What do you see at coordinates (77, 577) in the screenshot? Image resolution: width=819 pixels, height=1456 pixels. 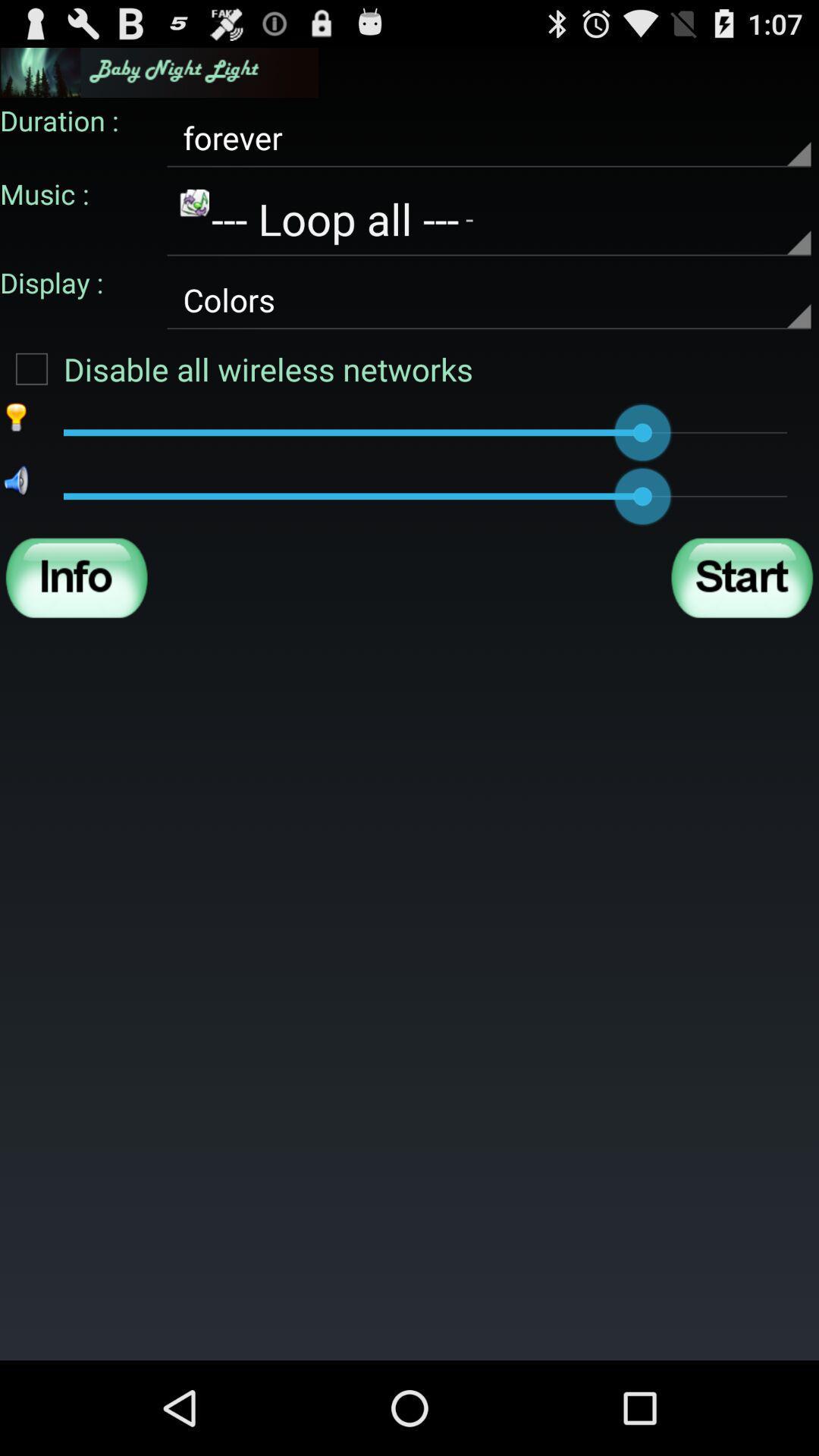 I see `show information` at bounding box center [77, 577].